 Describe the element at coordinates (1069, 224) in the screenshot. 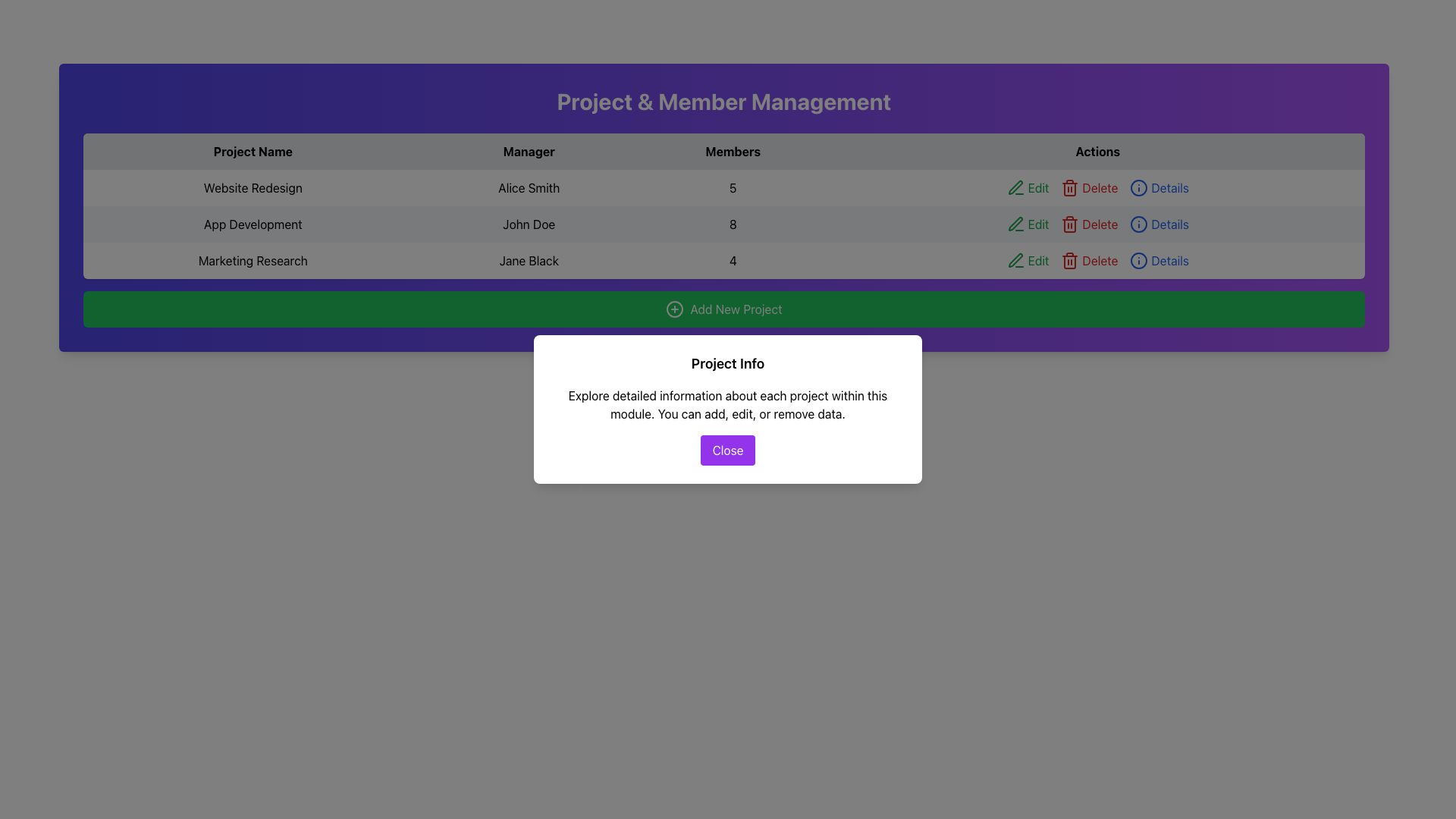

I see `the red-colored trash icon located in the 'Actions' column next to the 'Delete' text for the project 'App Development'` at that location.